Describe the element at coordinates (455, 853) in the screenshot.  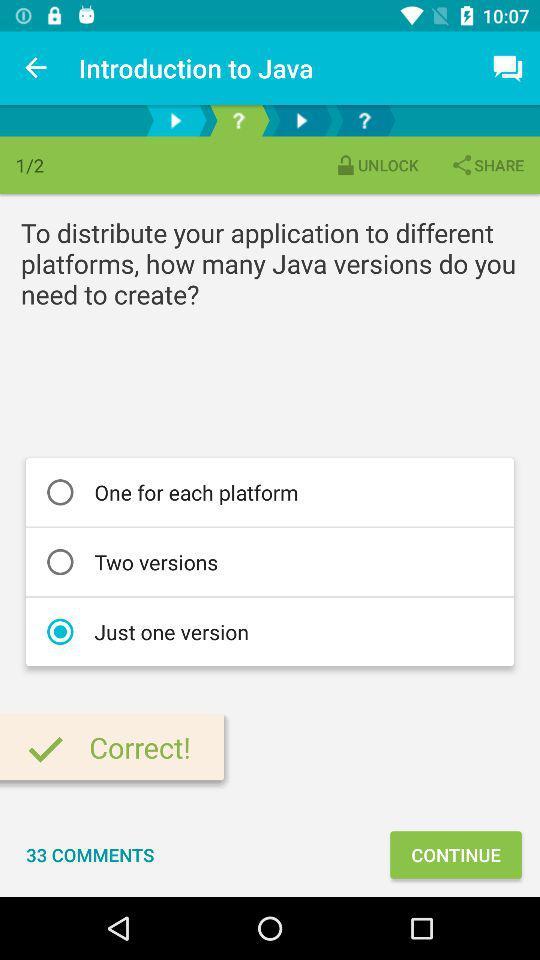
I see `the item to the right of the 33 comments icon` at that location.